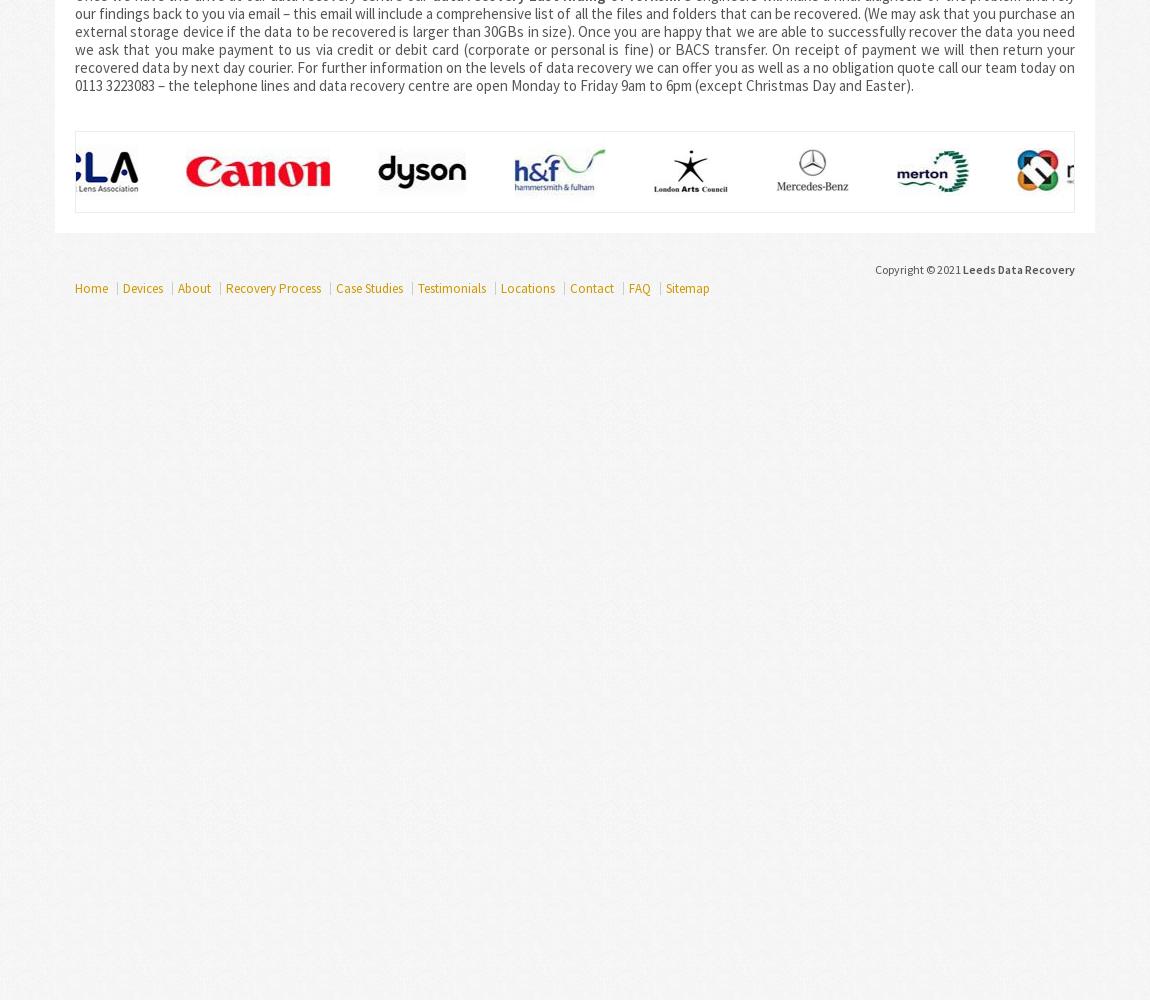 This screenshot has height=1000, width=1150. Describe the element at coordinates (664, 288) in the screenshot. I see `'Sitemap'` at that location.